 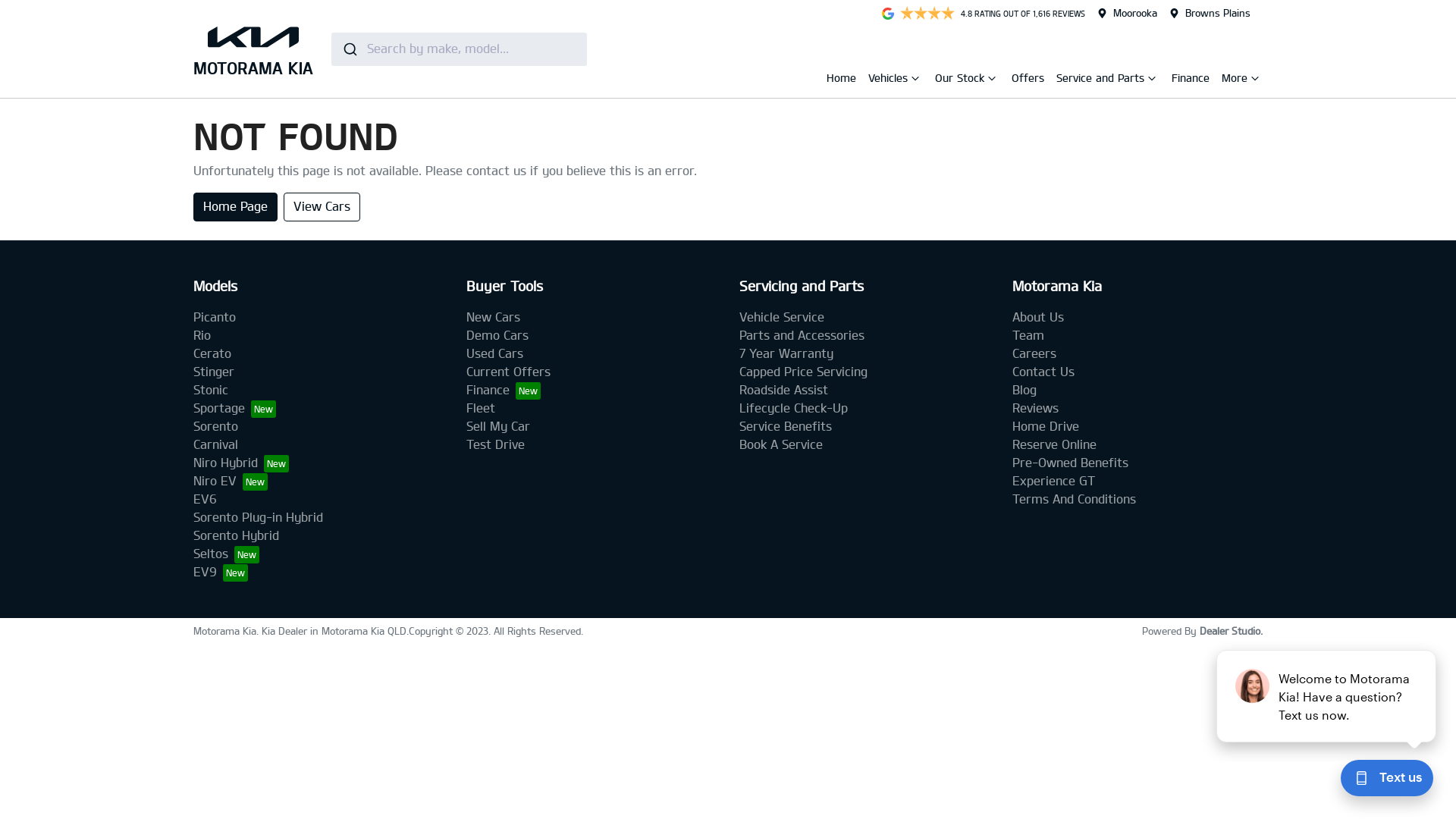 I want to click on 'Reserve Online', so click(x=1012, y=444).